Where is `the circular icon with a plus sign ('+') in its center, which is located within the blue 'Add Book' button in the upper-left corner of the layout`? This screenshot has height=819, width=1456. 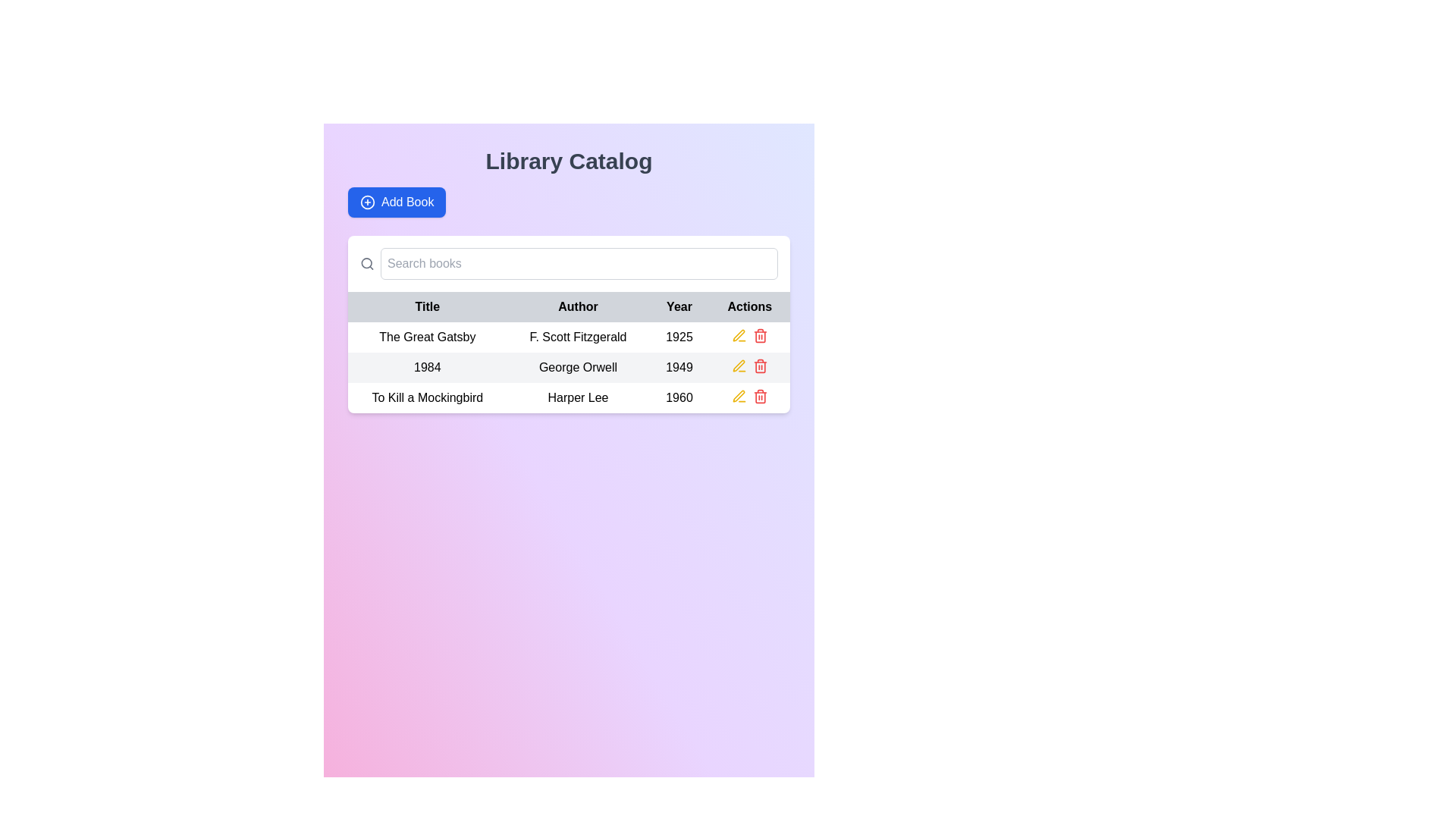 the circular icon with a plus sign ('+') in its center, which is located within the blue 'Add Book' button in the upper-left corner of the layout is located at coordinates (367, 201).